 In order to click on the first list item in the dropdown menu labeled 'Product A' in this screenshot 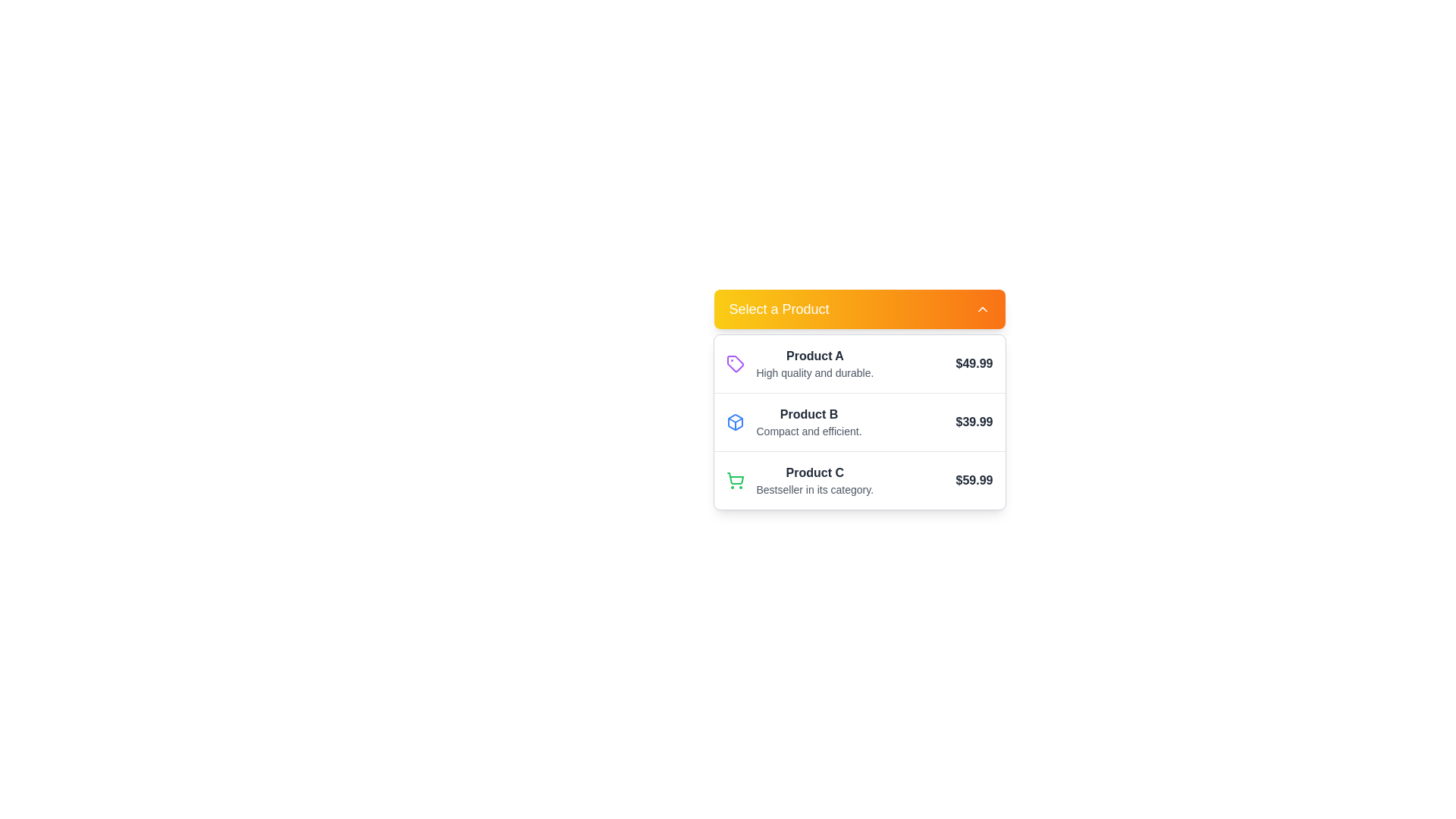, I will do `click(859, 363)`.